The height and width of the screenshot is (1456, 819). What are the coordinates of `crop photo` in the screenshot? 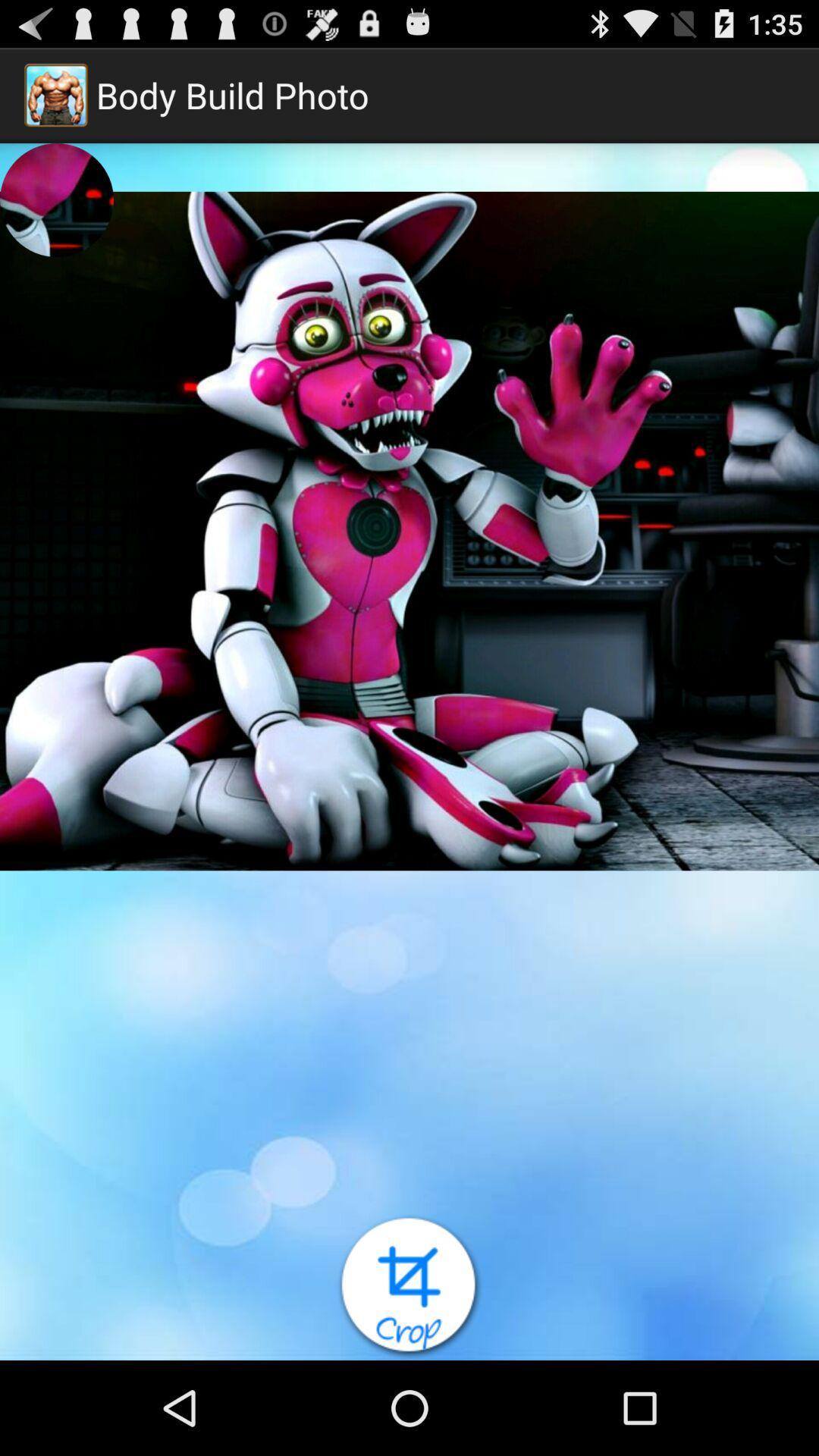 It's located at (409, 1286).